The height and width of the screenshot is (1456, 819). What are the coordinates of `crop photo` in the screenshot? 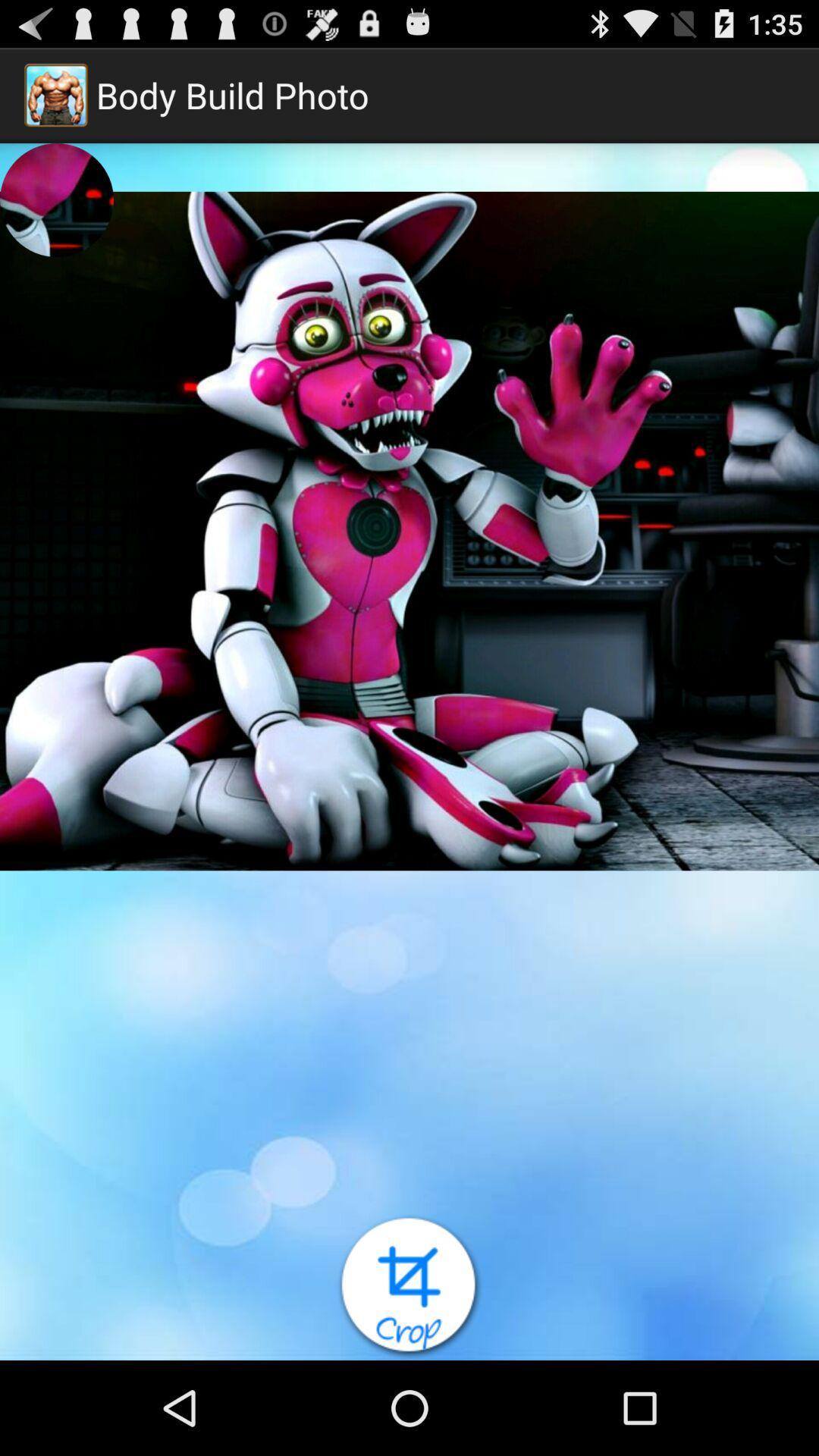 It's located at (409, 1286).